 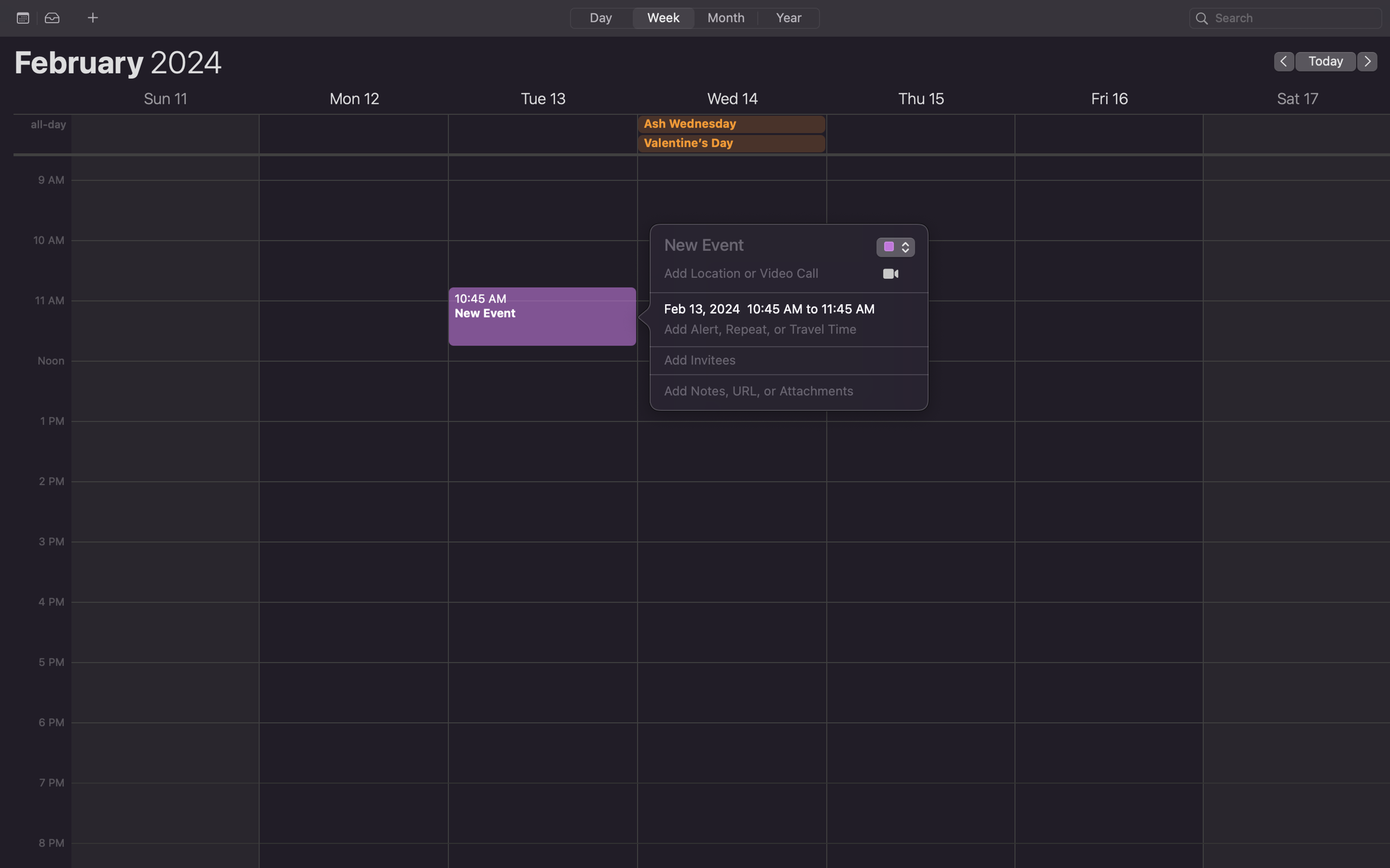 I want to click on the event type to "Birthday Party", so click(x=887, y=249).